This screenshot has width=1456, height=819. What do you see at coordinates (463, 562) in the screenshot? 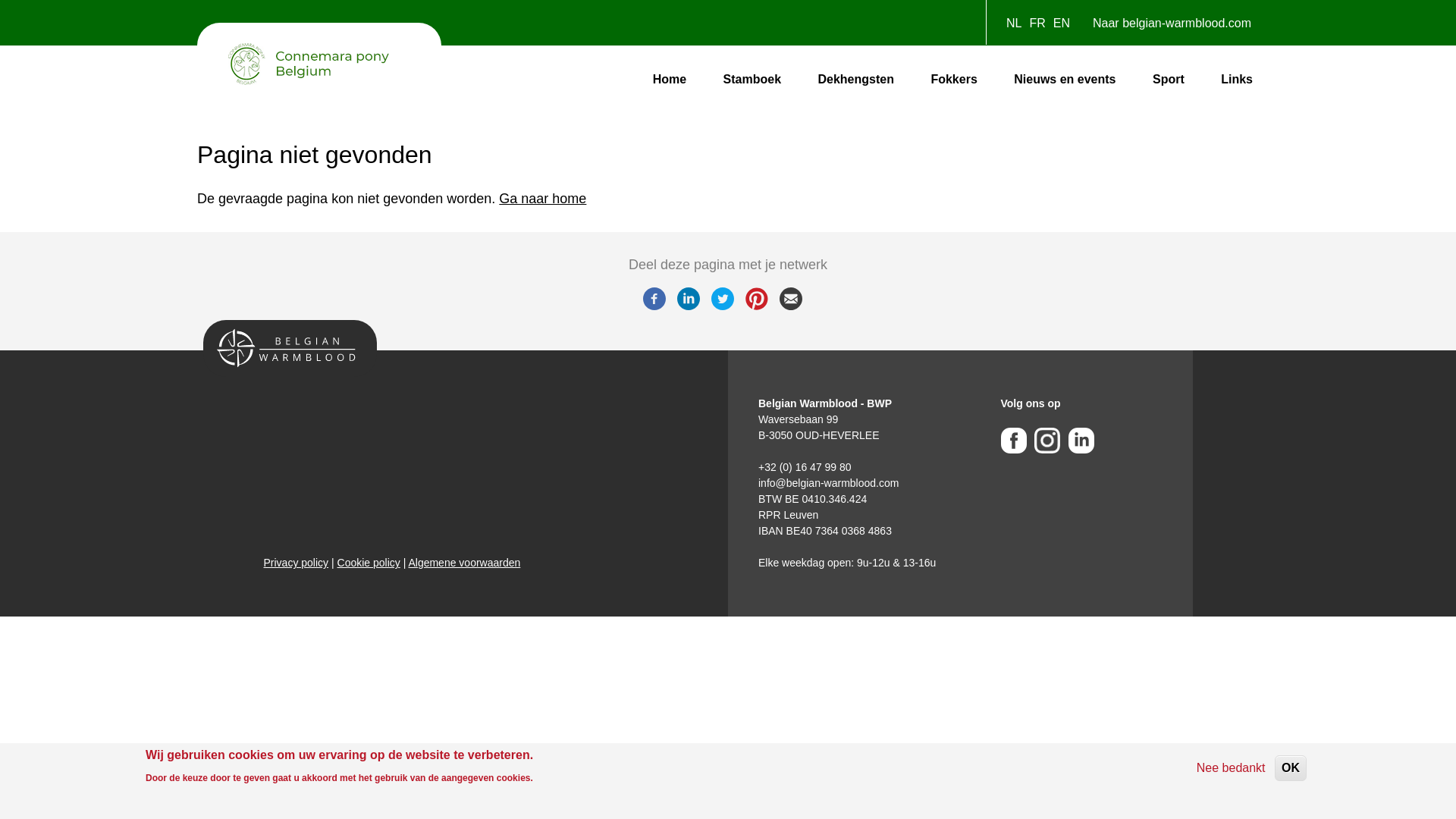
I see `'Algemene voorwaarden'` at bounding box center [463, 562].